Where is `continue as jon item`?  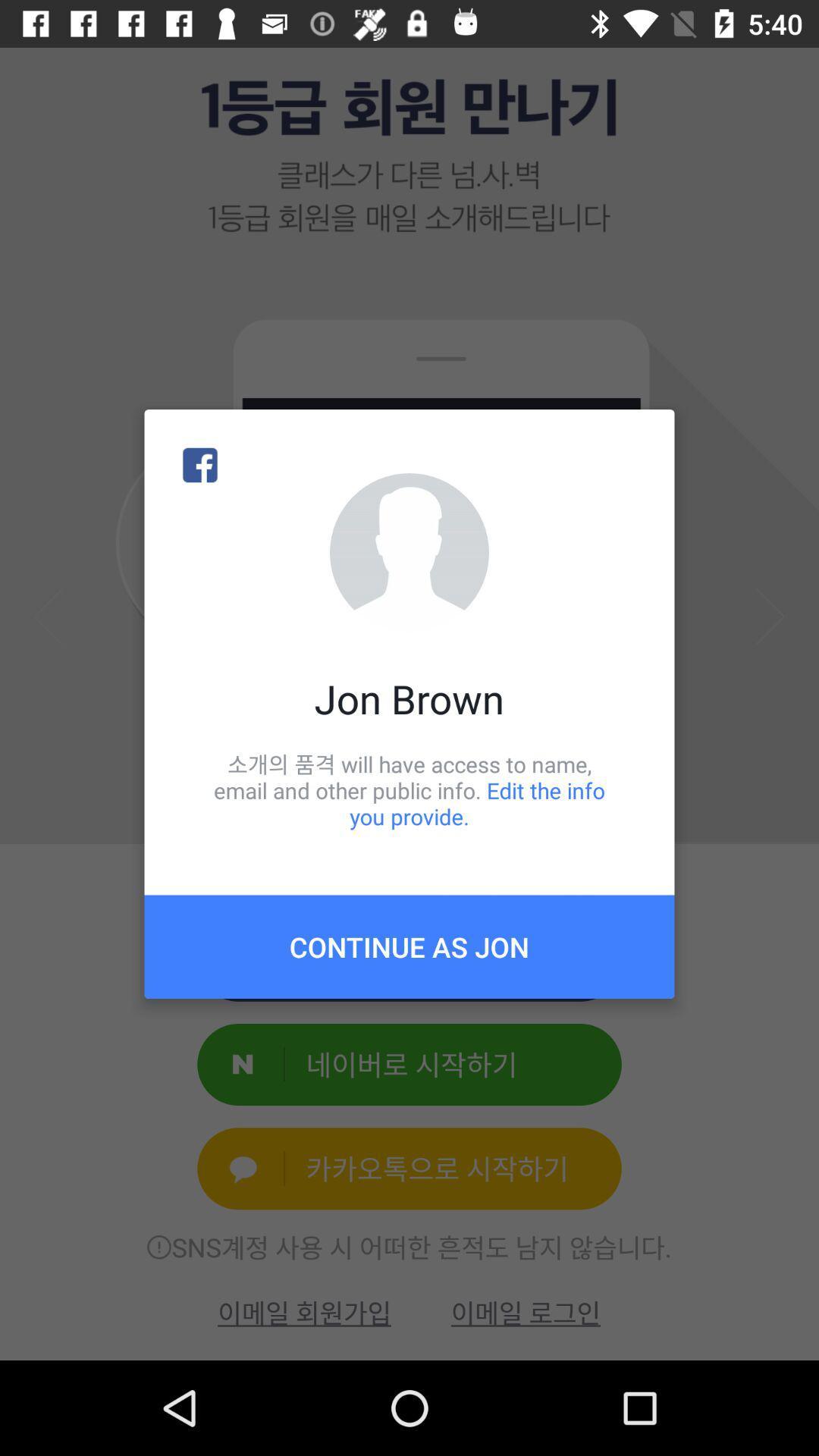
continue as jon item is located at coordinates (409, 946).